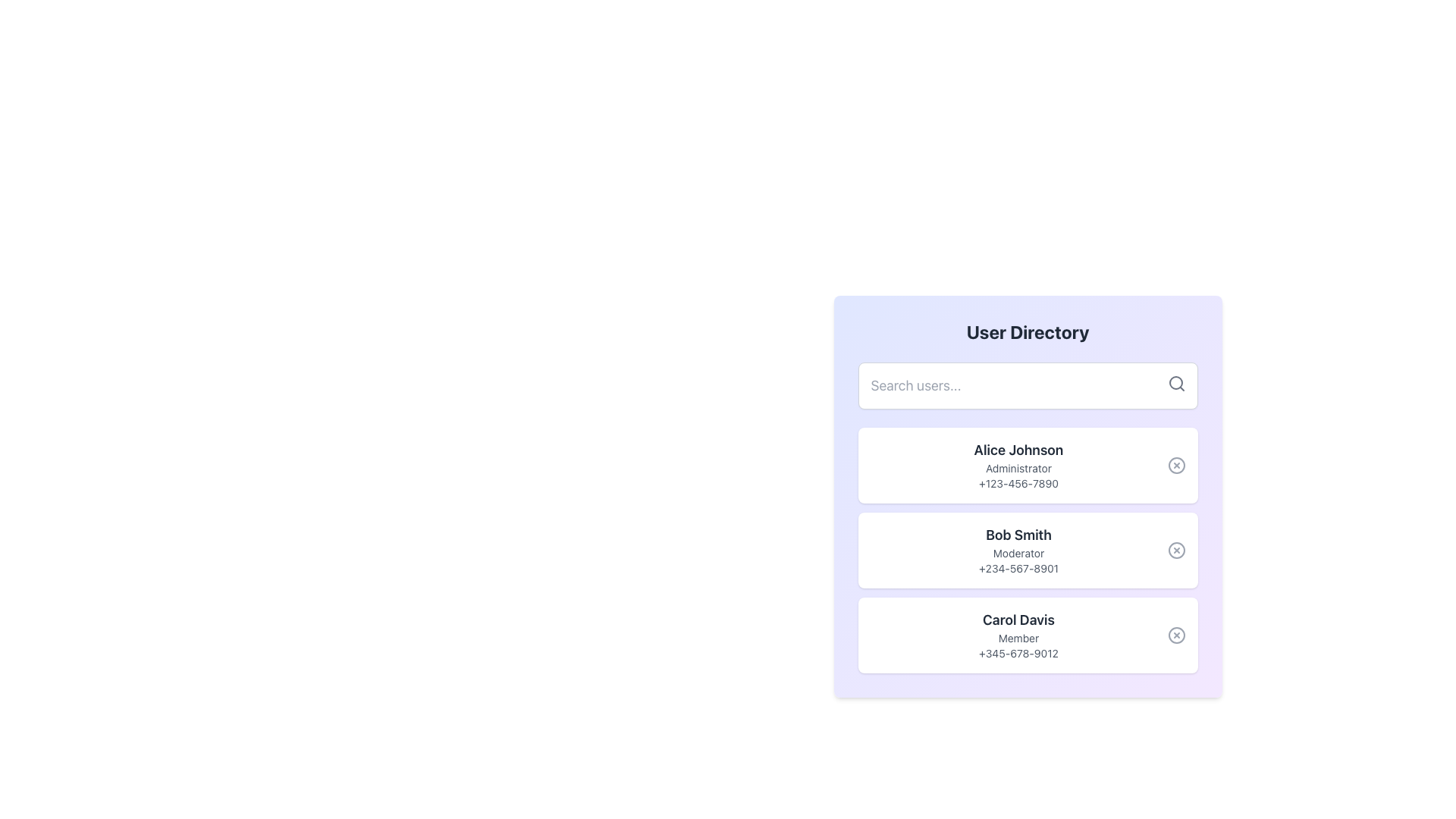  I want to click on the static text label indicating the user's status as 'Member', which is positioned below 'Carol Davis' and above '+345-678-9012' in the user informational card, so click(1018, 638).